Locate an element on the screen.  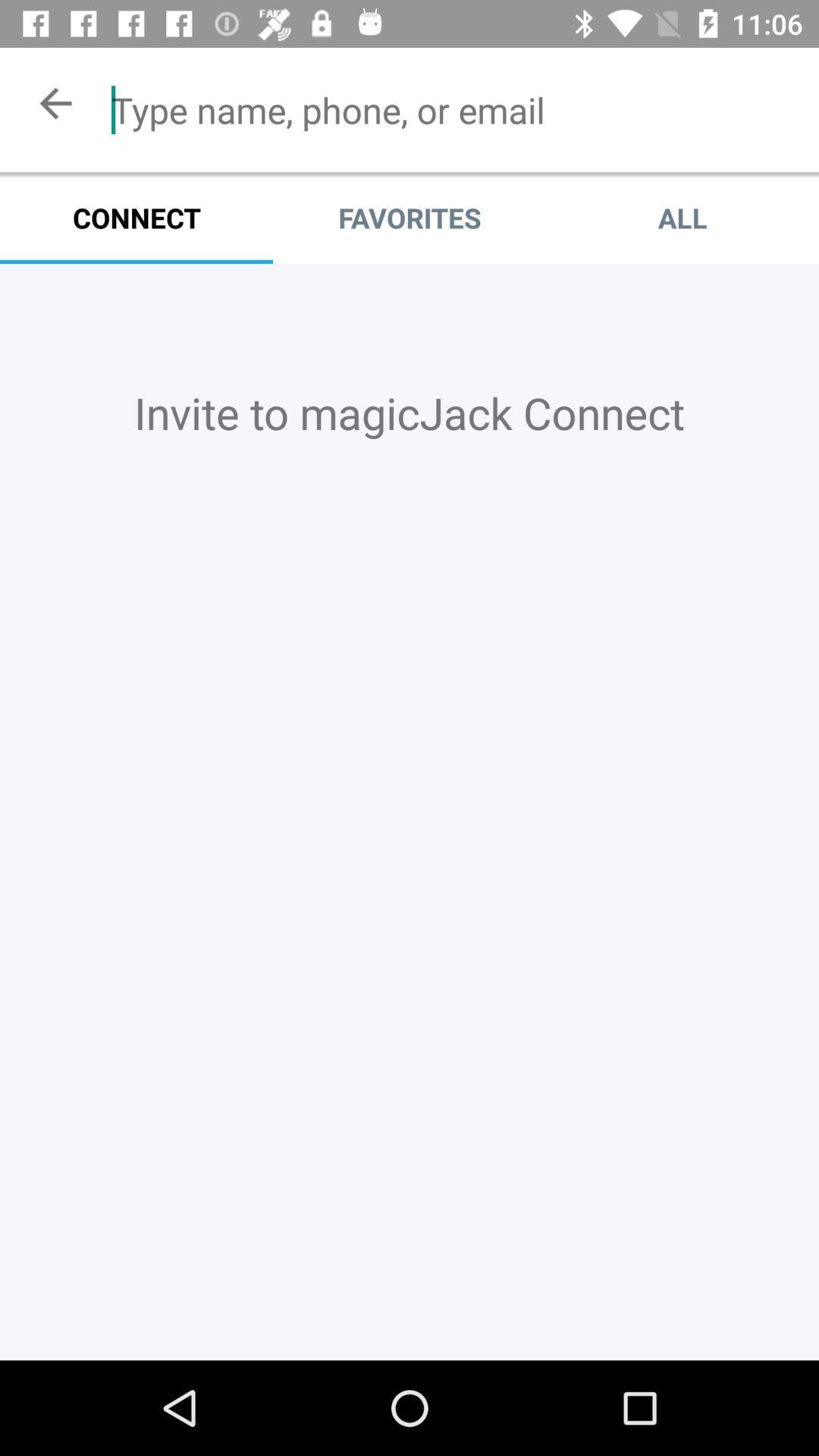
item to the right of the connect is located at coordinates (409, 217).